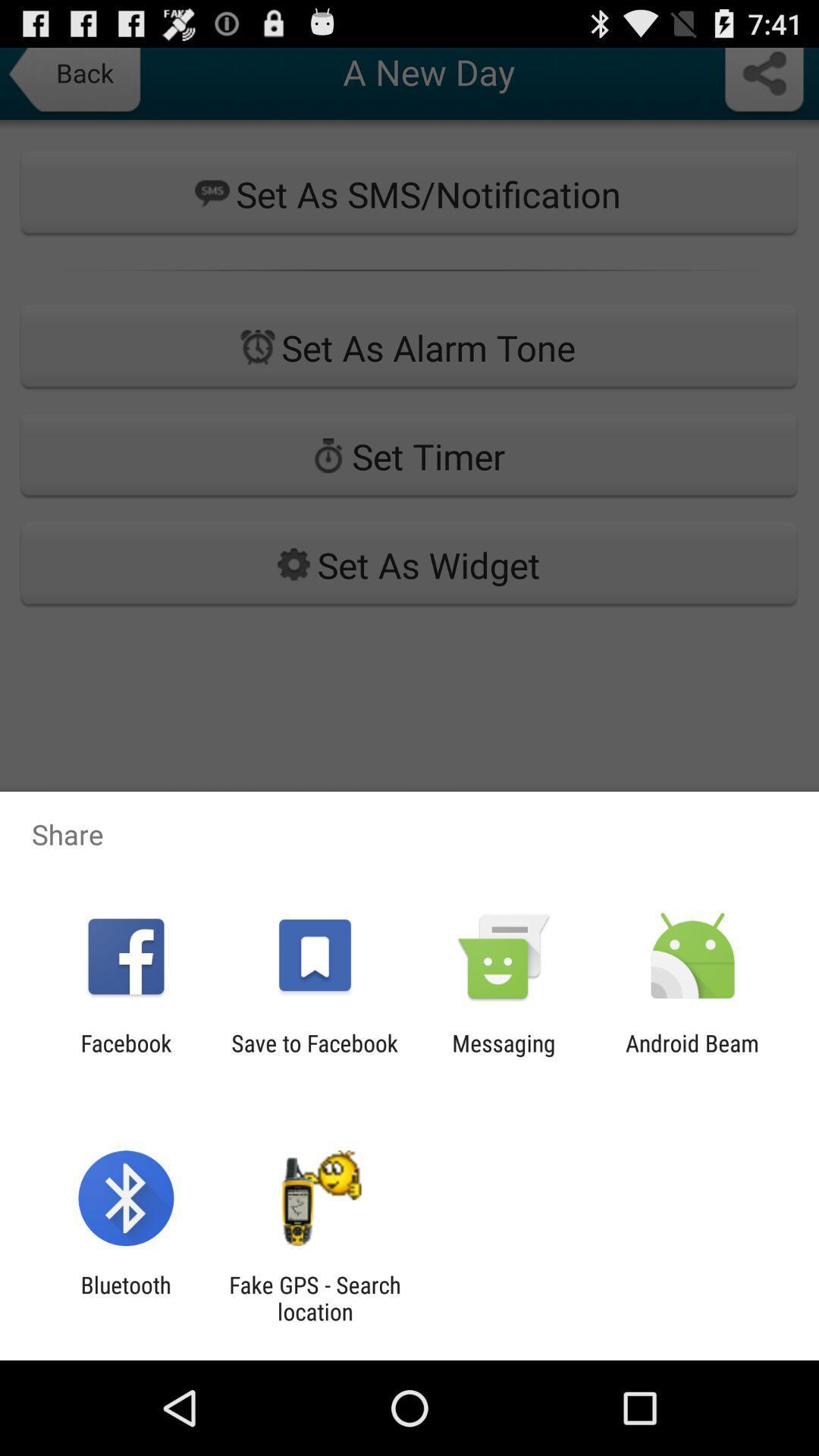  I want to click on the icon to the right of bluetooth icon, so click(314, 1298).